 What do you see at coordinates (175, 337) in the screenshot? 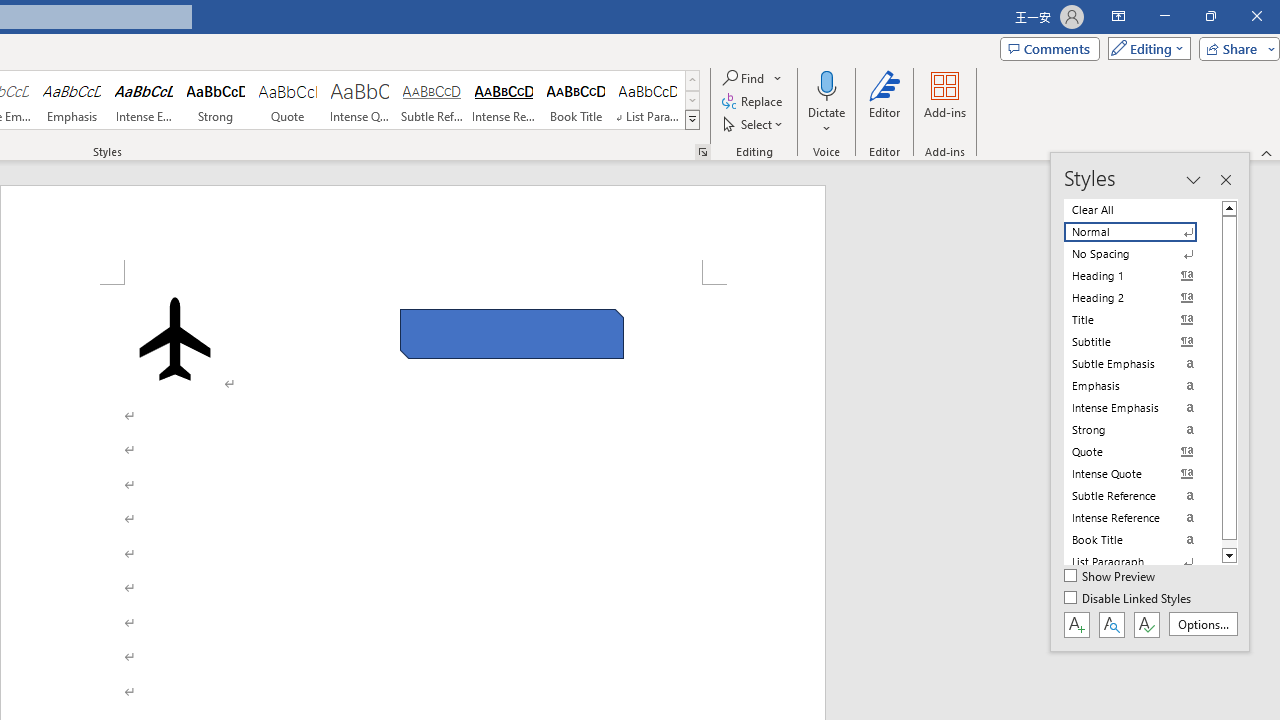
I see `'Airplane with solid fill'` at bounding box center [175, 337].